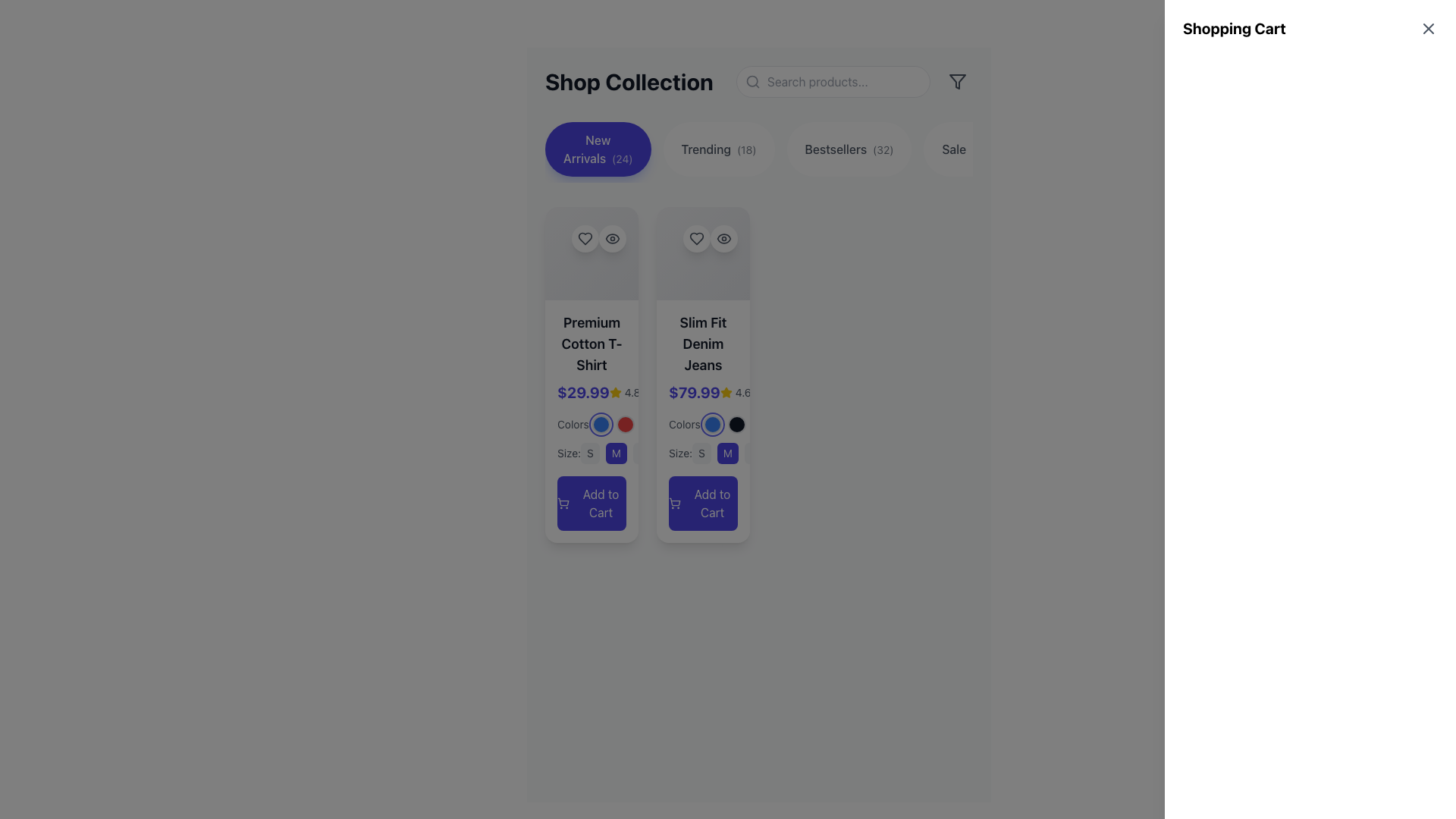 This screenshot has width=1456, height=819. What do you see at coordinates (629, 82) in the screenshot?
I see `the 'Shop Collection' text label, which indicates the section of the content and is positioned at the top-left corner of the user interface` at bounding box center [629, 82].